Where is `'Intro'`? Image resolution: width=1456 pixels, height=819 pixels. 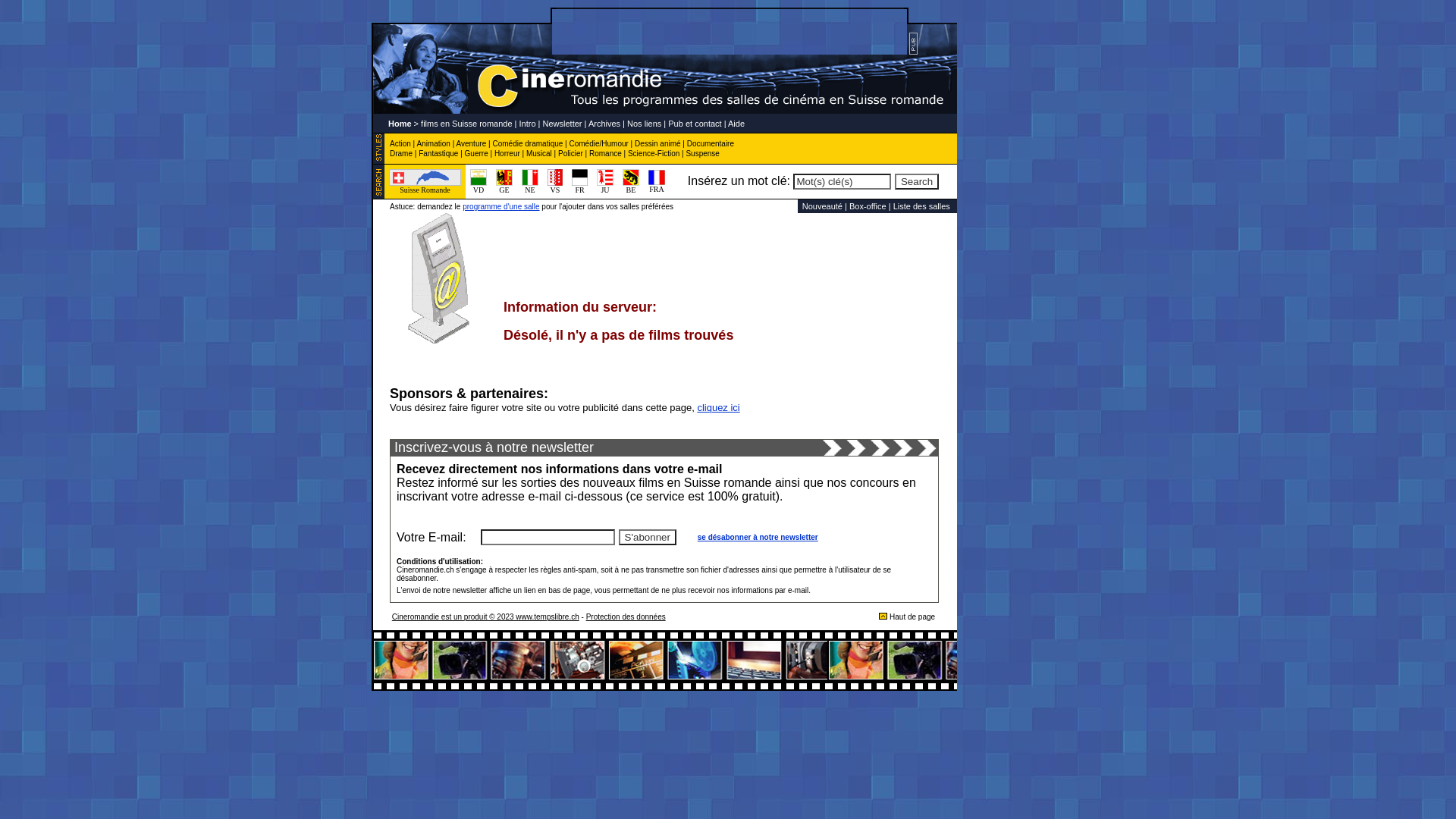 'Intro' is located at coordinates (528, 122).